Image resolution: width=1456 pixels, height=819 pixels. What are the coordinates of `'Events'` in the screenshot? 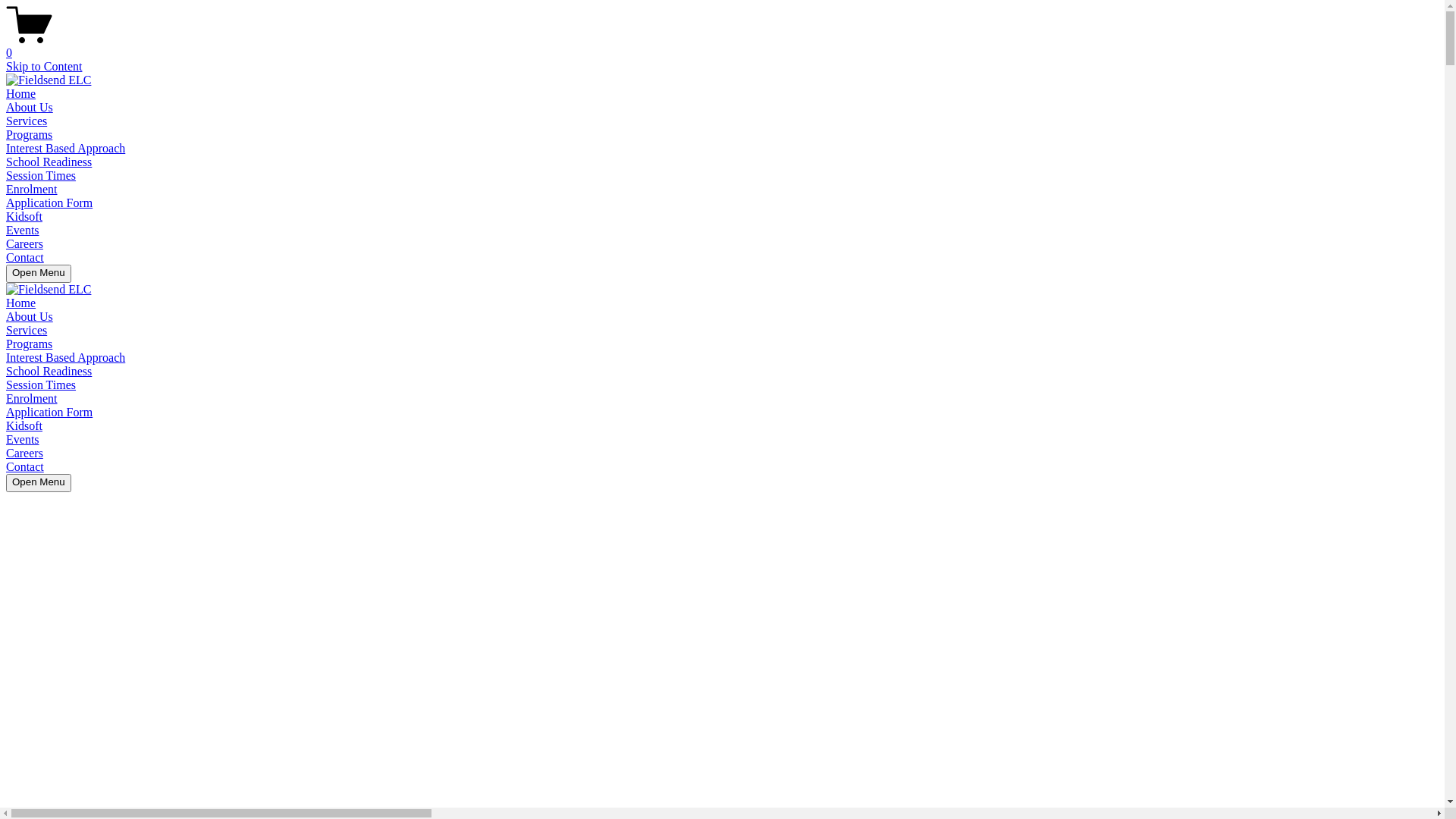 It's located at (22, 439).